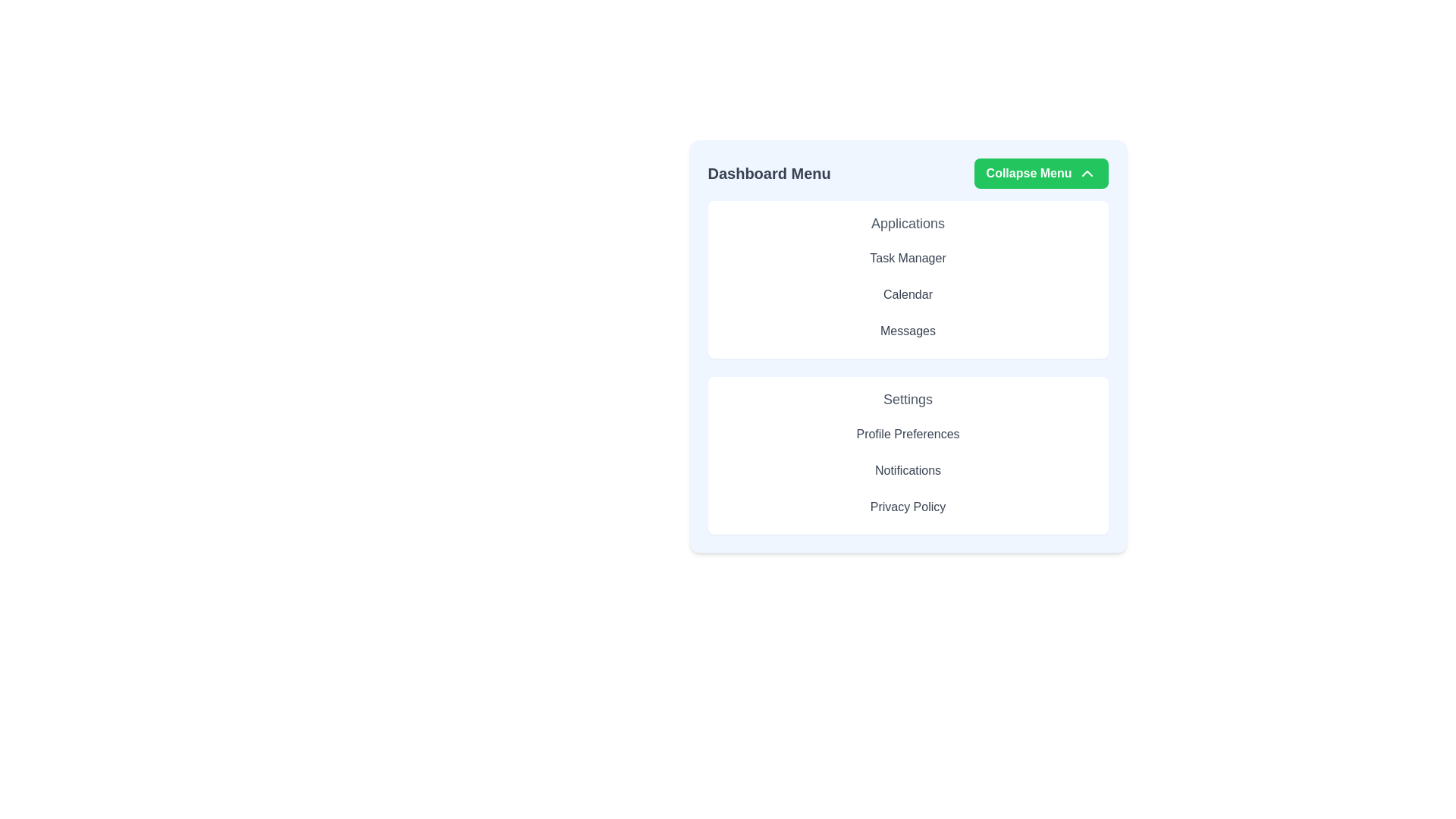 The width and height of the screenshot is (1456, 819). Describe the element at coordinates (908, 399) in the screenshot. I see `the static text label that serves as a section title for the settings options, positioned at the top of the menu area, above options like 'Profile Preferences' and 'Notifications.'` at that location.